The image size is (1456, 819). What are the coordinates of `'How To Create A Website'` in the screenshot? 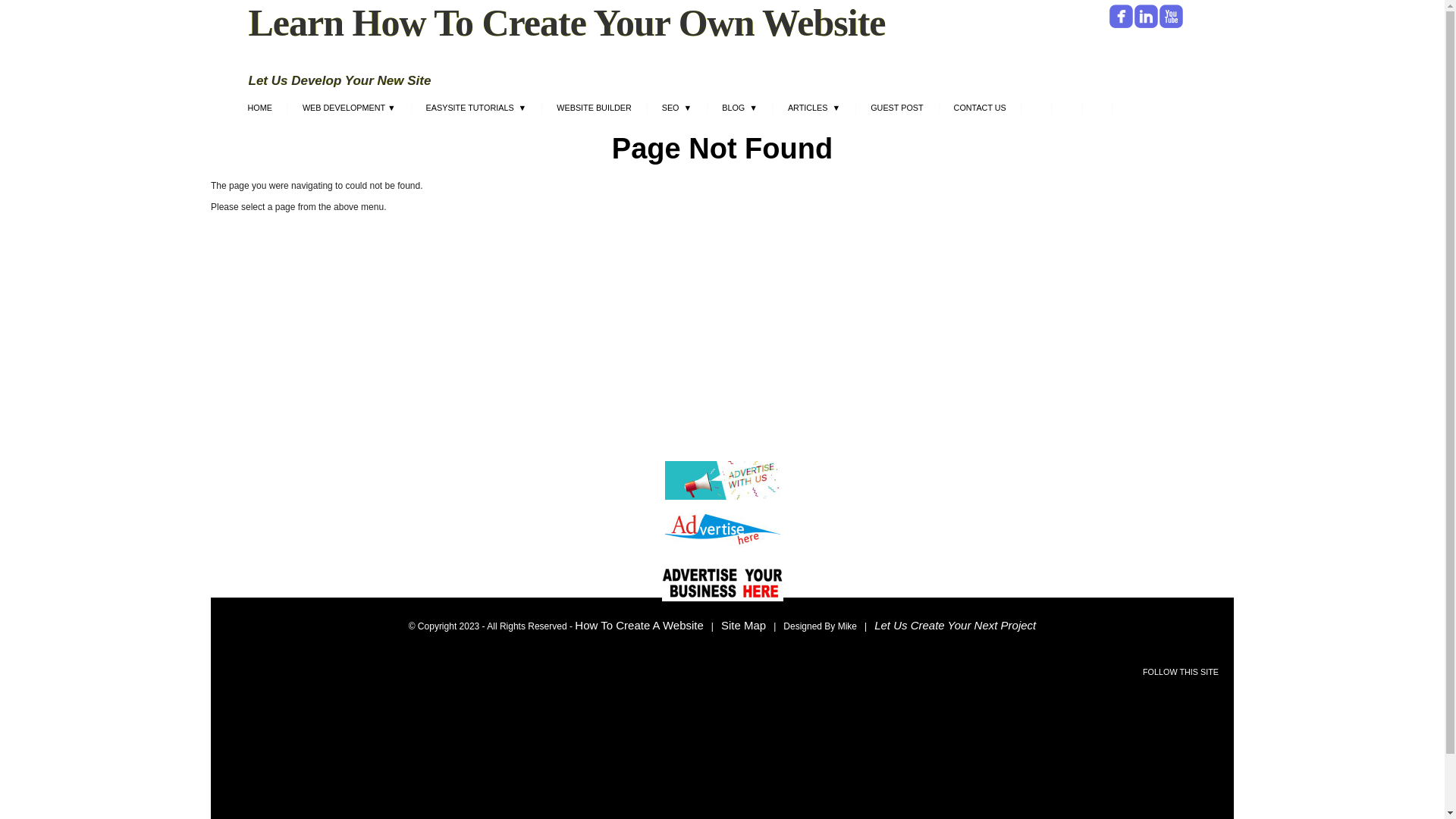 It's located at (639, 625).